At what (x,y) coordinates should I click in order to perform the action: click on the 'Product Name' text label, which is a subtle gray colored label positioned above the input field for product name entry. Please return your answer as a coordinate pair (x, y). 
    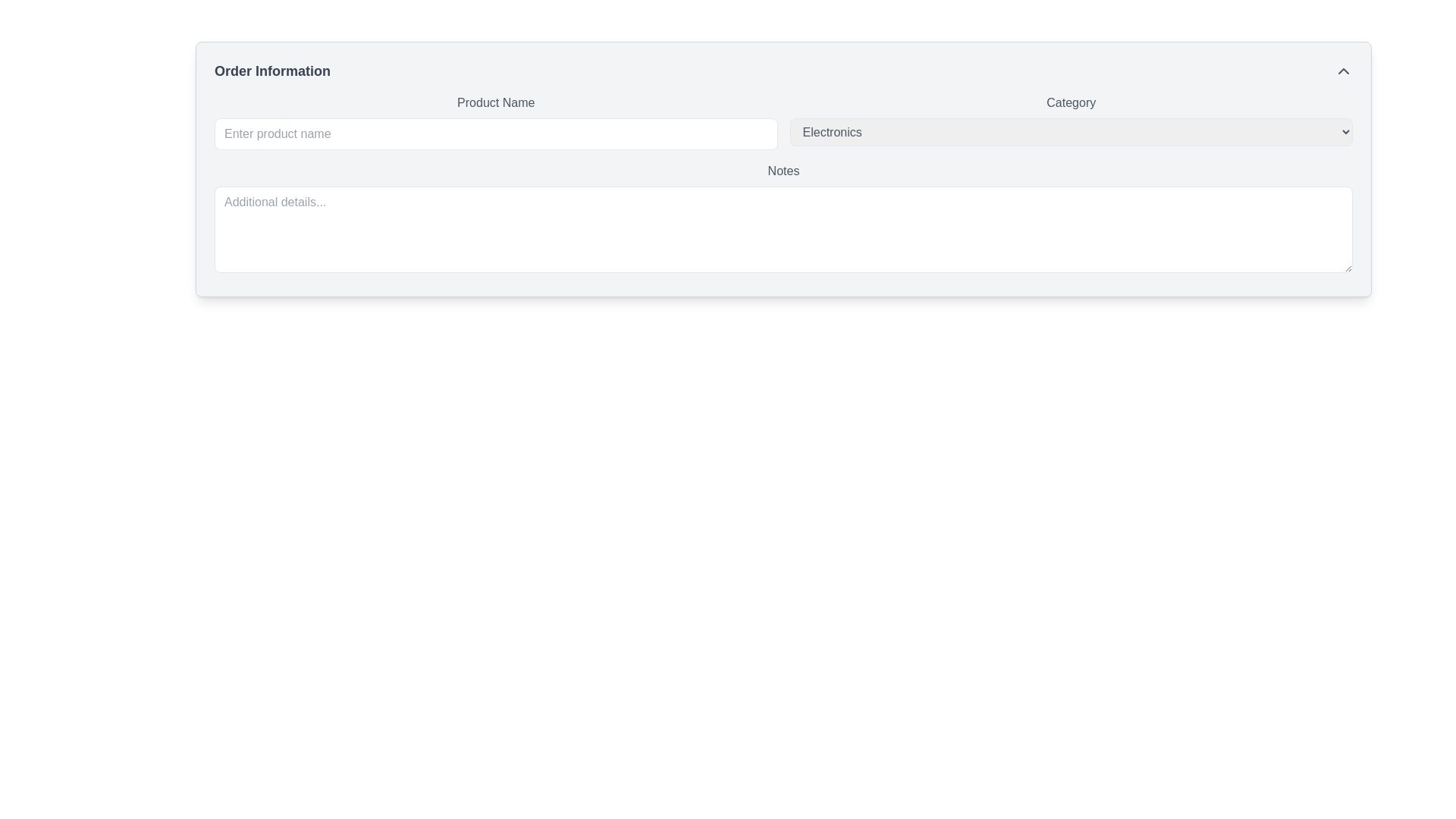
    Looking at the image, I should click on (496, 102).